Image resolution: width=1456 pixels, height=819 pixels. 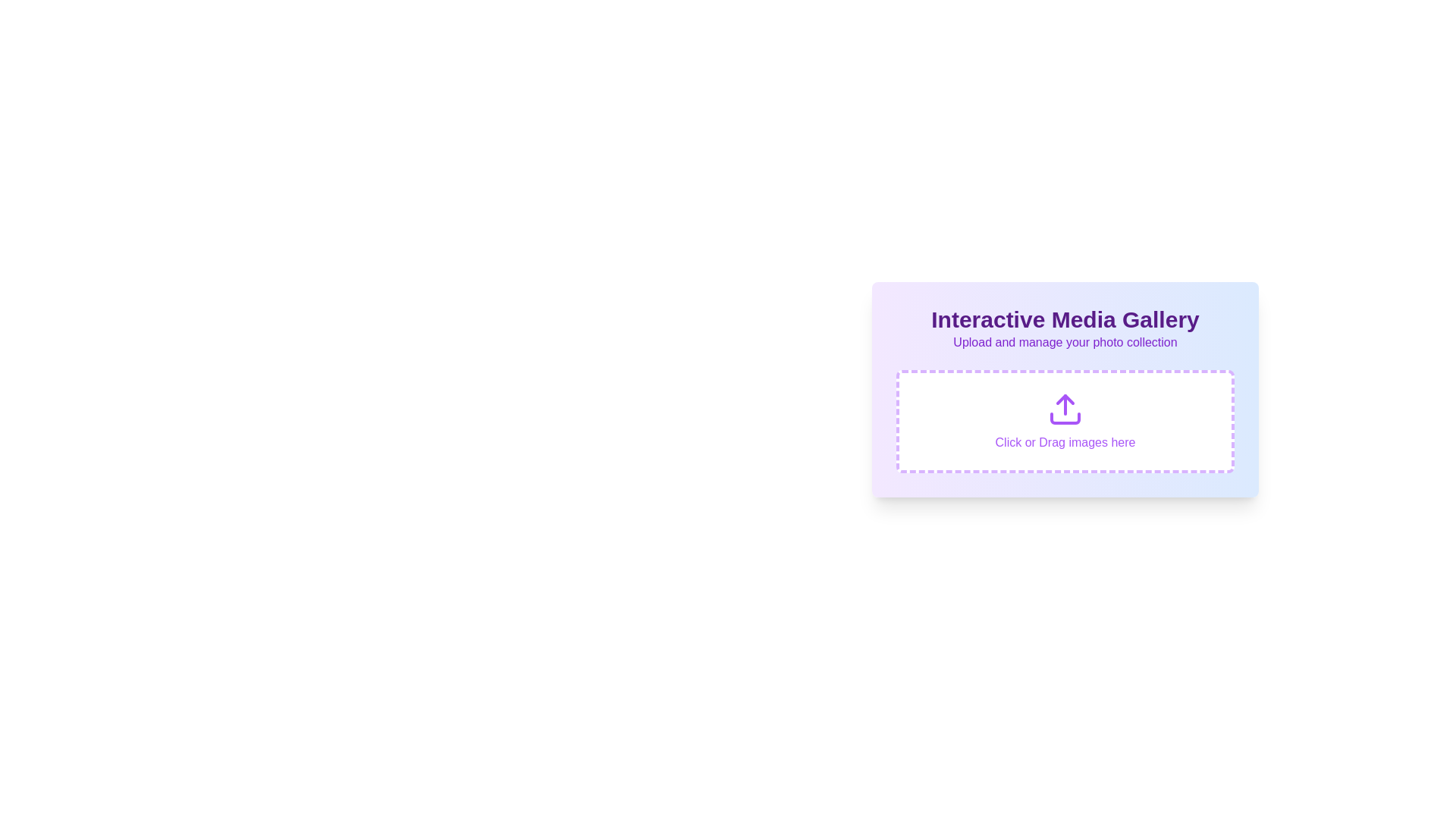 I want to click on the upward-facing triangular arrow icon, which is colored purple with a gradient and is part of the upload section above the text 'Click or Drag images here', so click(x=1065, y=399).